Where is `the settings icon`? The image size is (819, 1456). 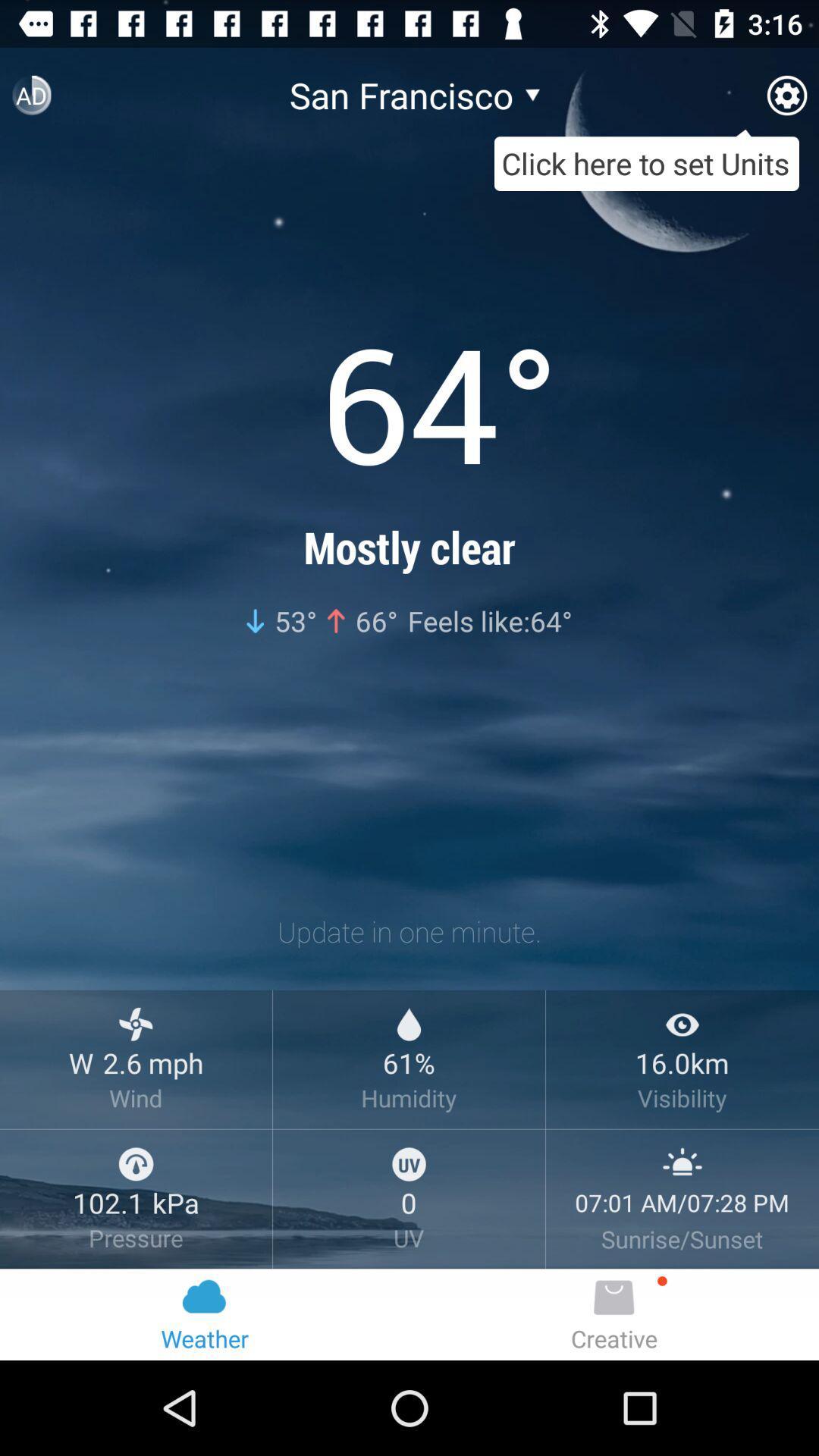 the settings icon is located at coordinates (786, 101).